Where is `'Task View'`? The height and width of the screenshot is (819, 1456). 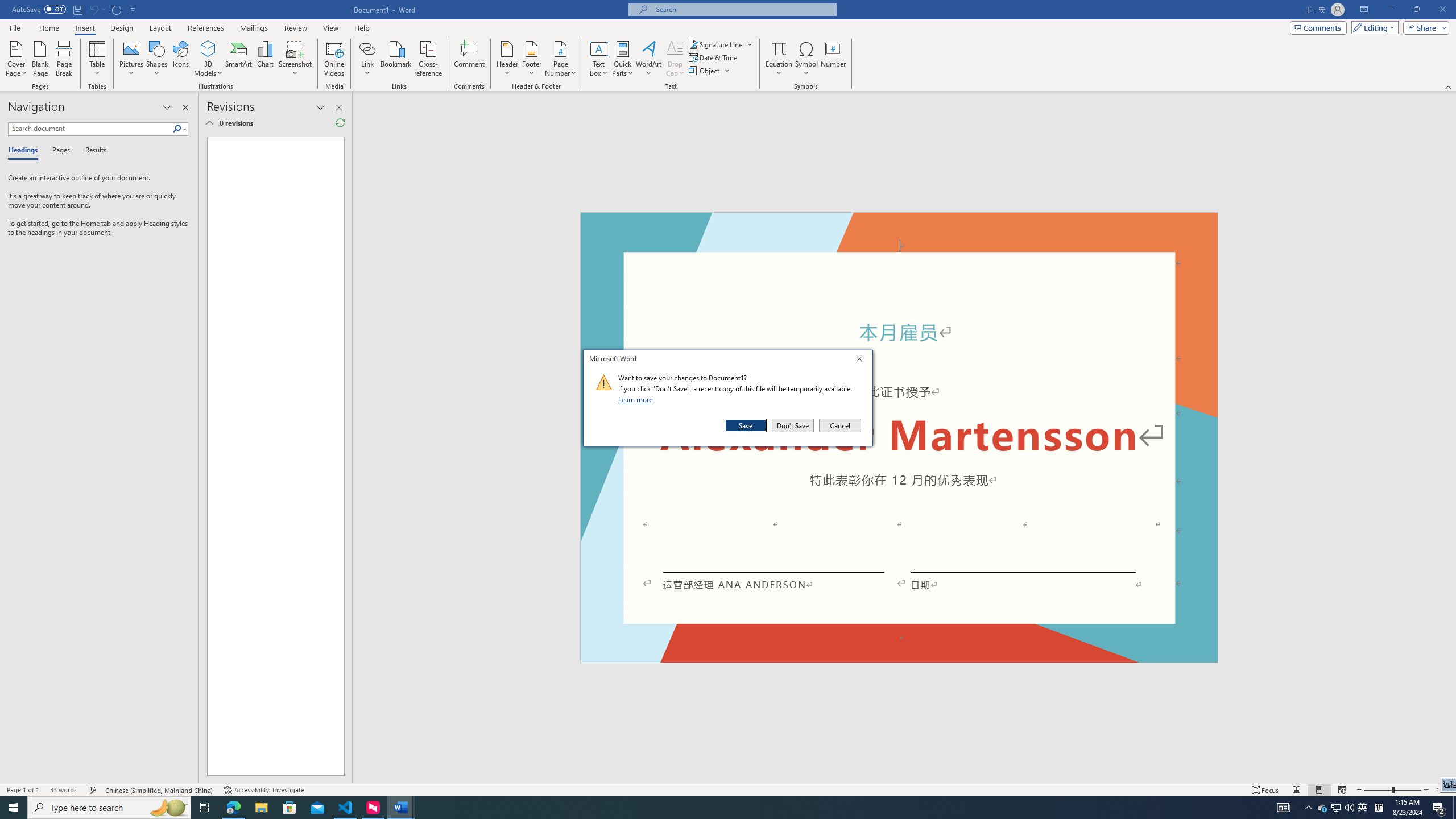 'Task View' is located at coordinates (204, 806).